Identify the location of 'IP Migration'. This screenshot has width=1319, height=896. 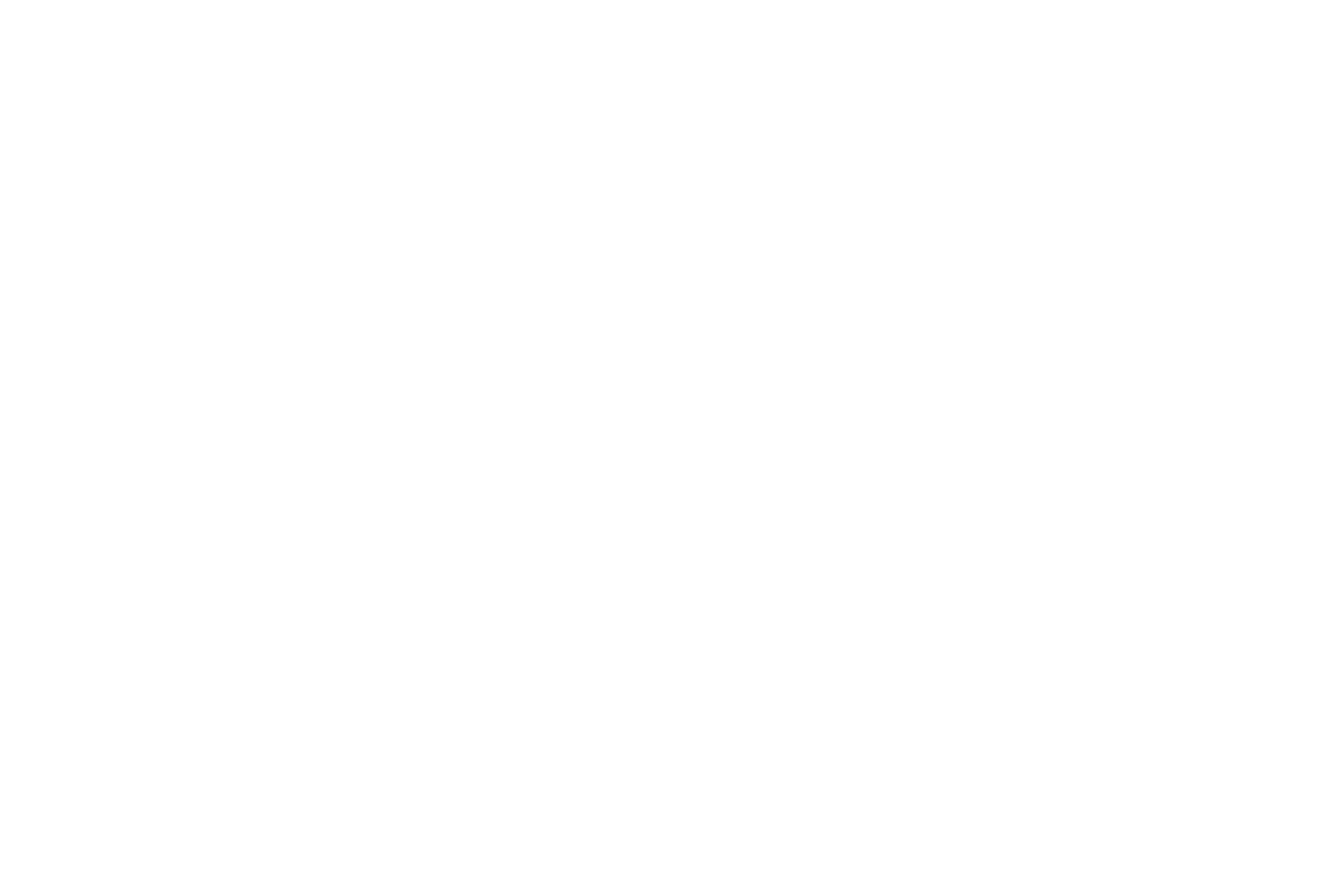
(577, 786).